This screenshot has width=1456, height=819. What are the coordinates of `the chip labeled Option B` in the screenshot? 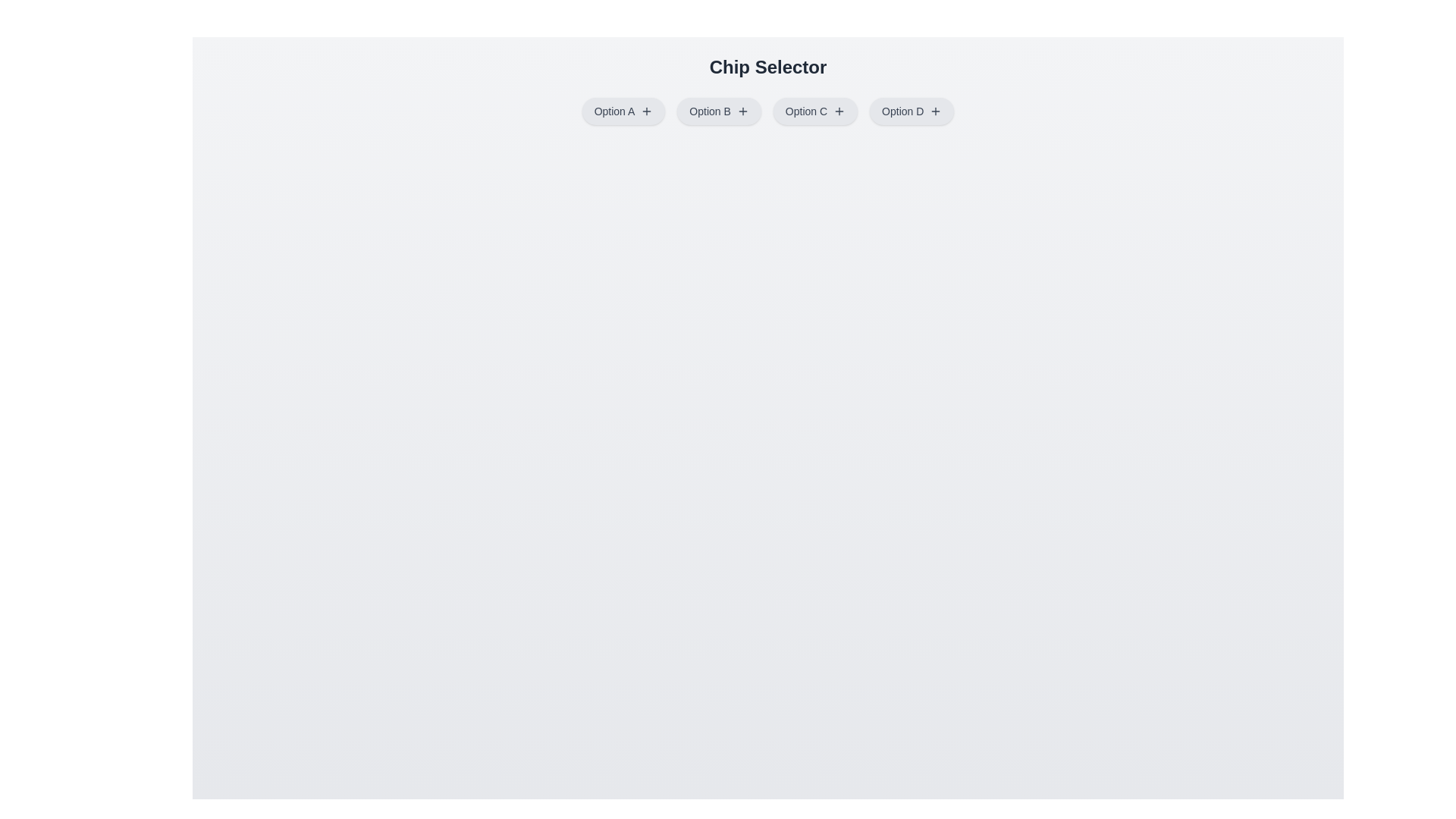 It's located at (718, 110).